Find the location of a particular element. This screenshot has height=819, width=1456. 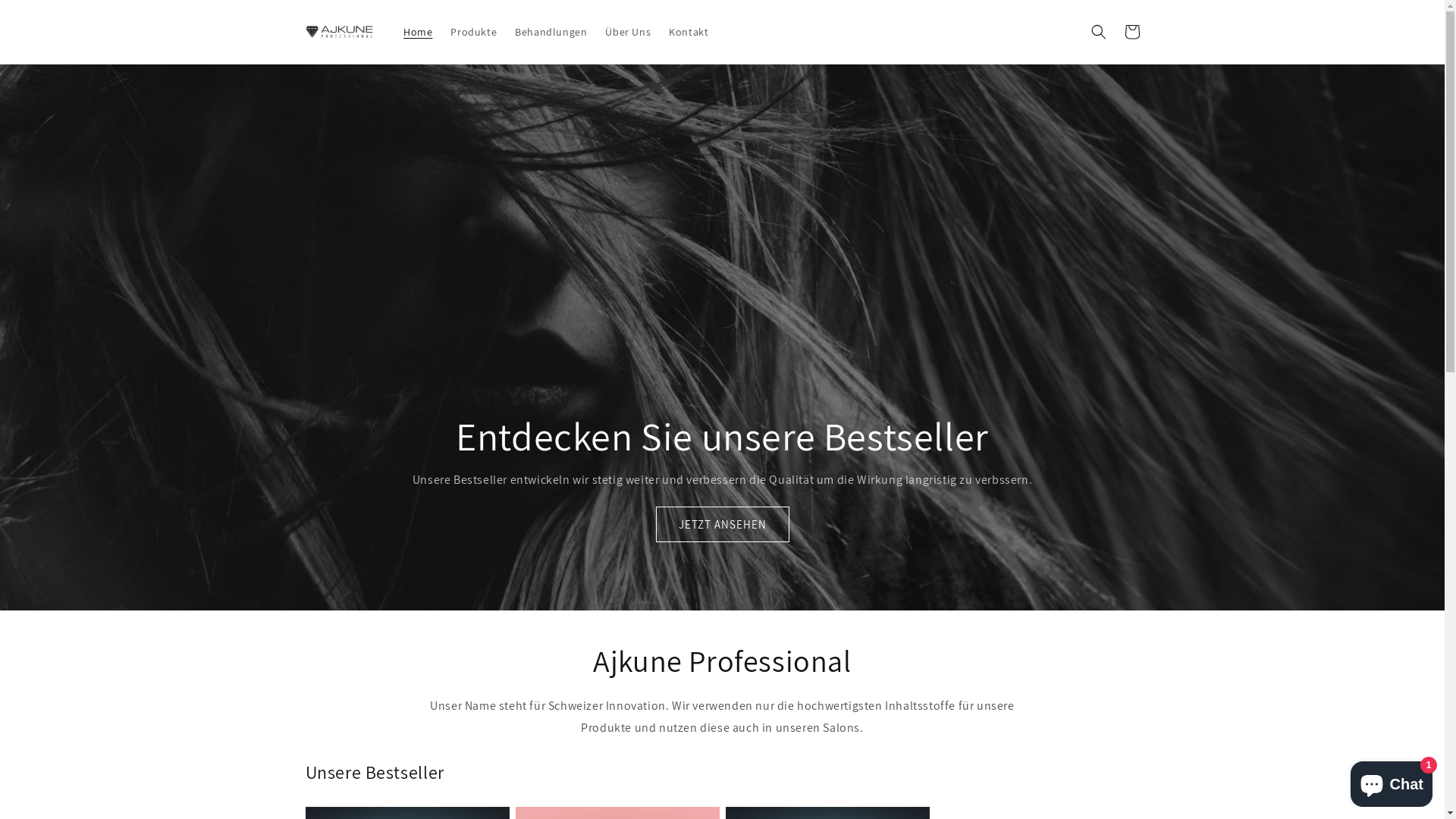

'Warenkorb' is located at coordinates (1131, 32).